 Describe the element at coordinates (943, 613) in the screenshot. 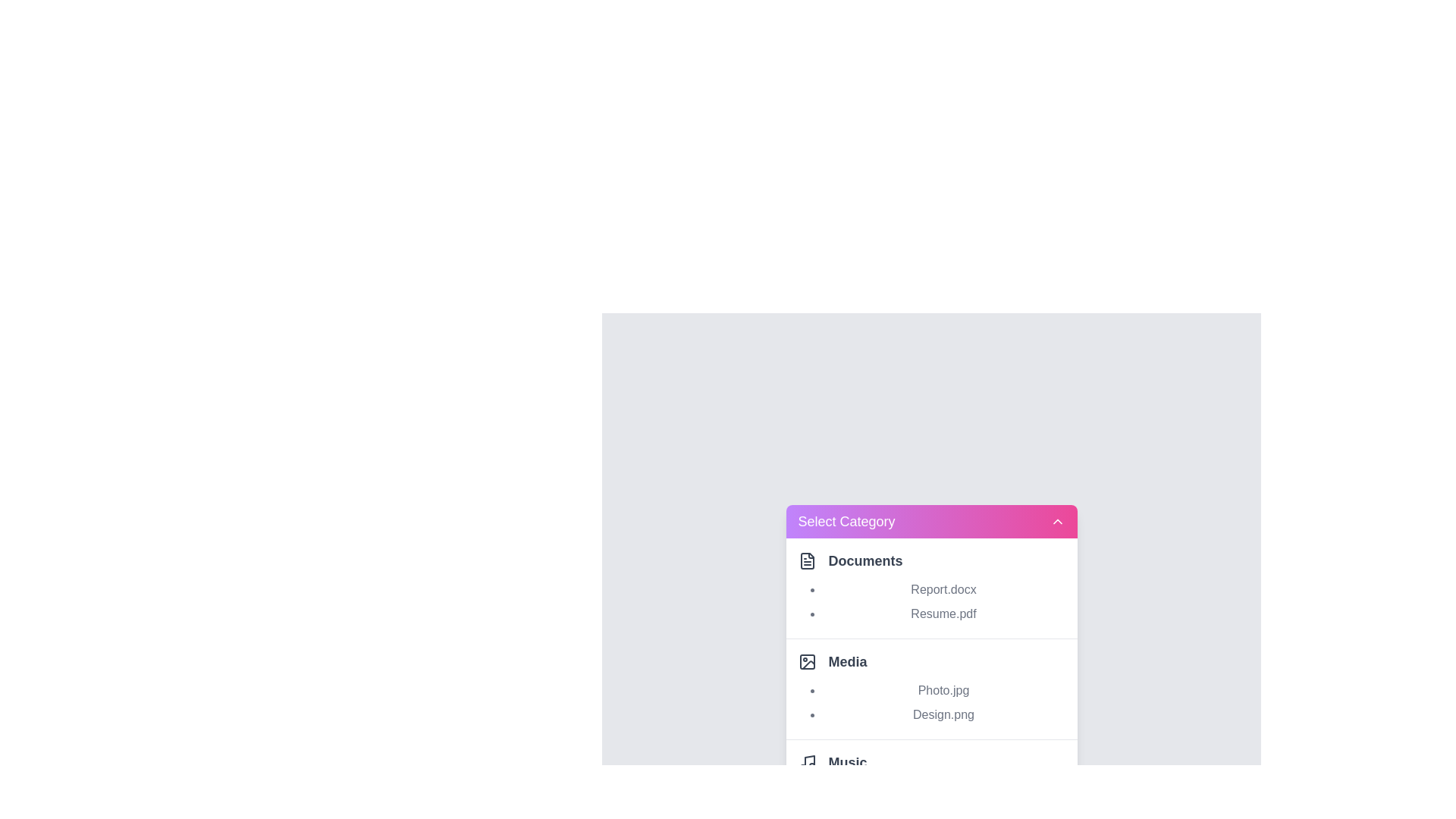

I see `the List item representing the file 'Resume.pdf'` at that location.